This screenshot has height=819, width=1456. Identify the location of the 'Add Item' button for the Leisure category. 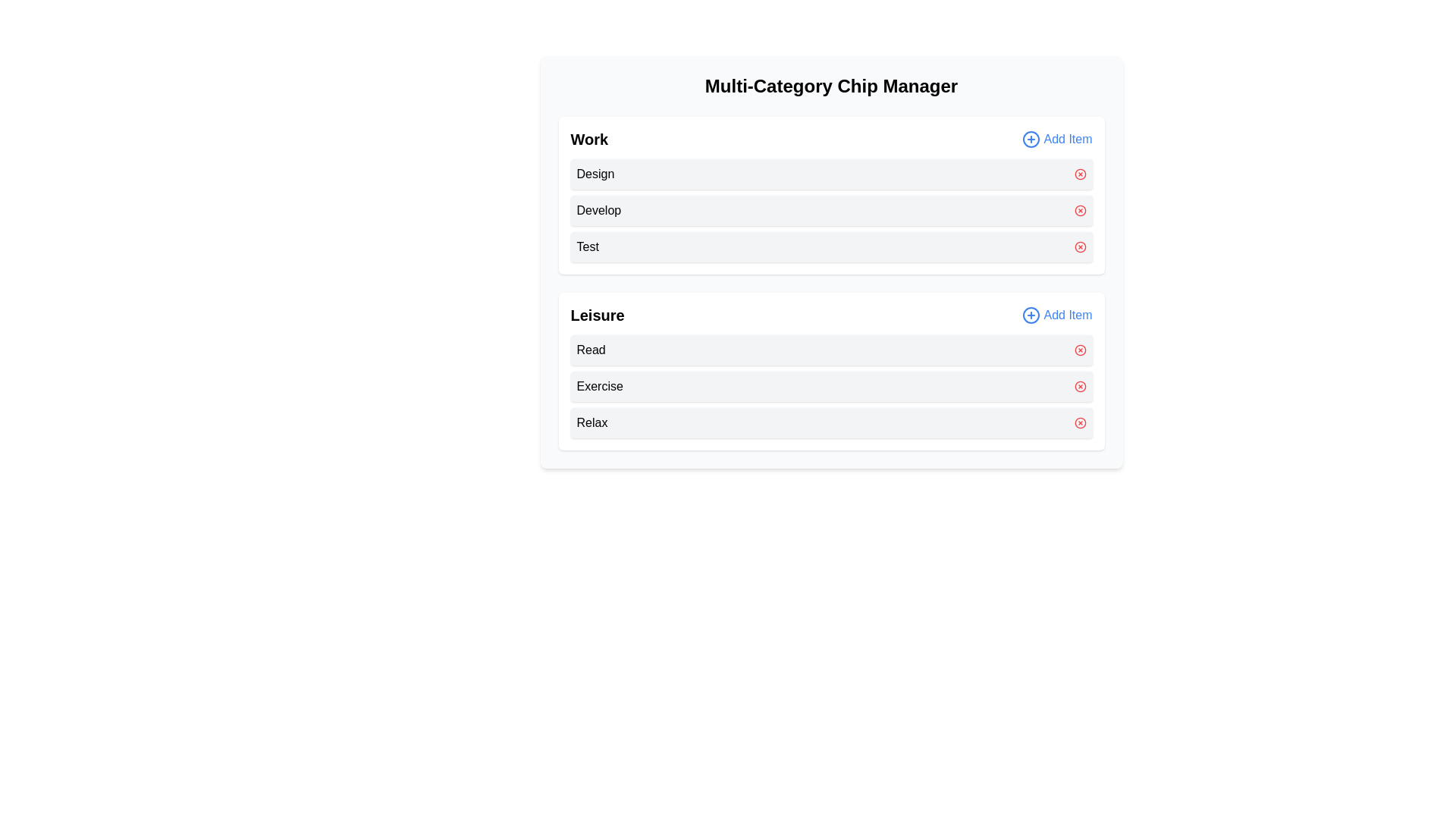
(1056, 315).